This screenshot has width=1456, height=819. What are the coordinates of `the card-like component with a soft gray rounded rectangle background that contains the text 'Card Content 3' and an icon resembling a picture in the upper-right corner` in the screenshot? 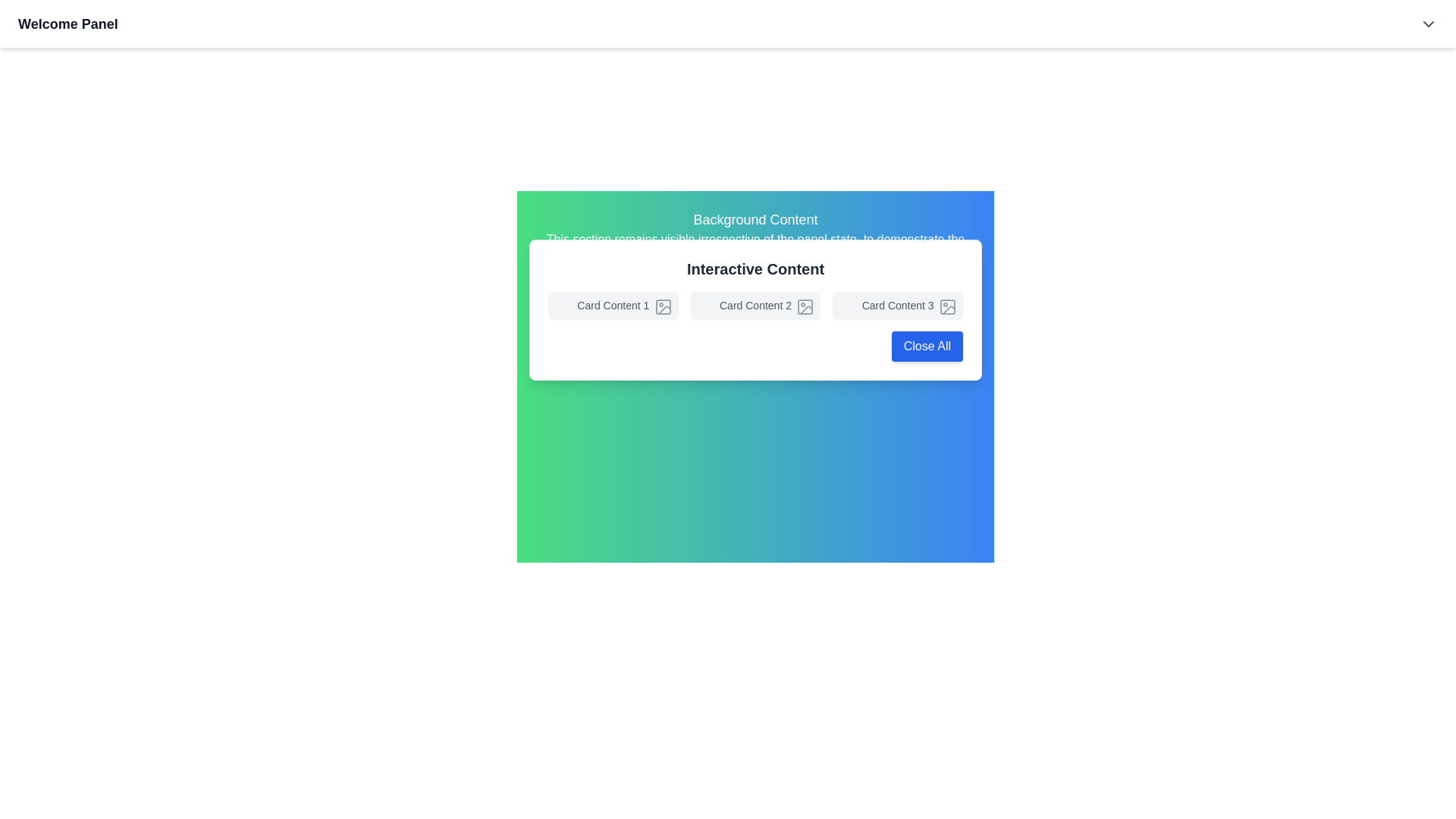 It's located at (898, 305).